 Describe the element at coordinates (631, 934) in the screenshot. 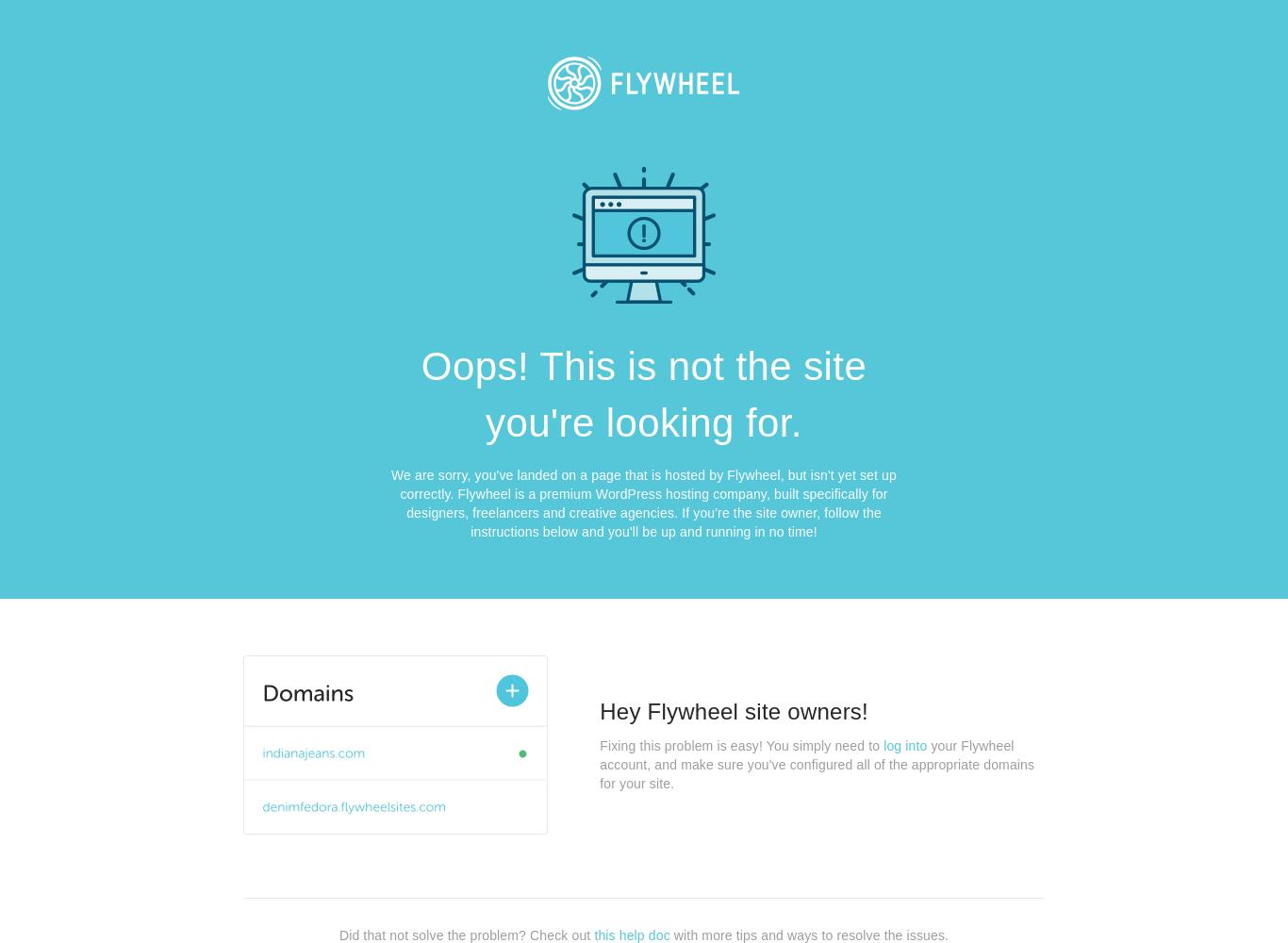

I see `'this help doc'` at that location.